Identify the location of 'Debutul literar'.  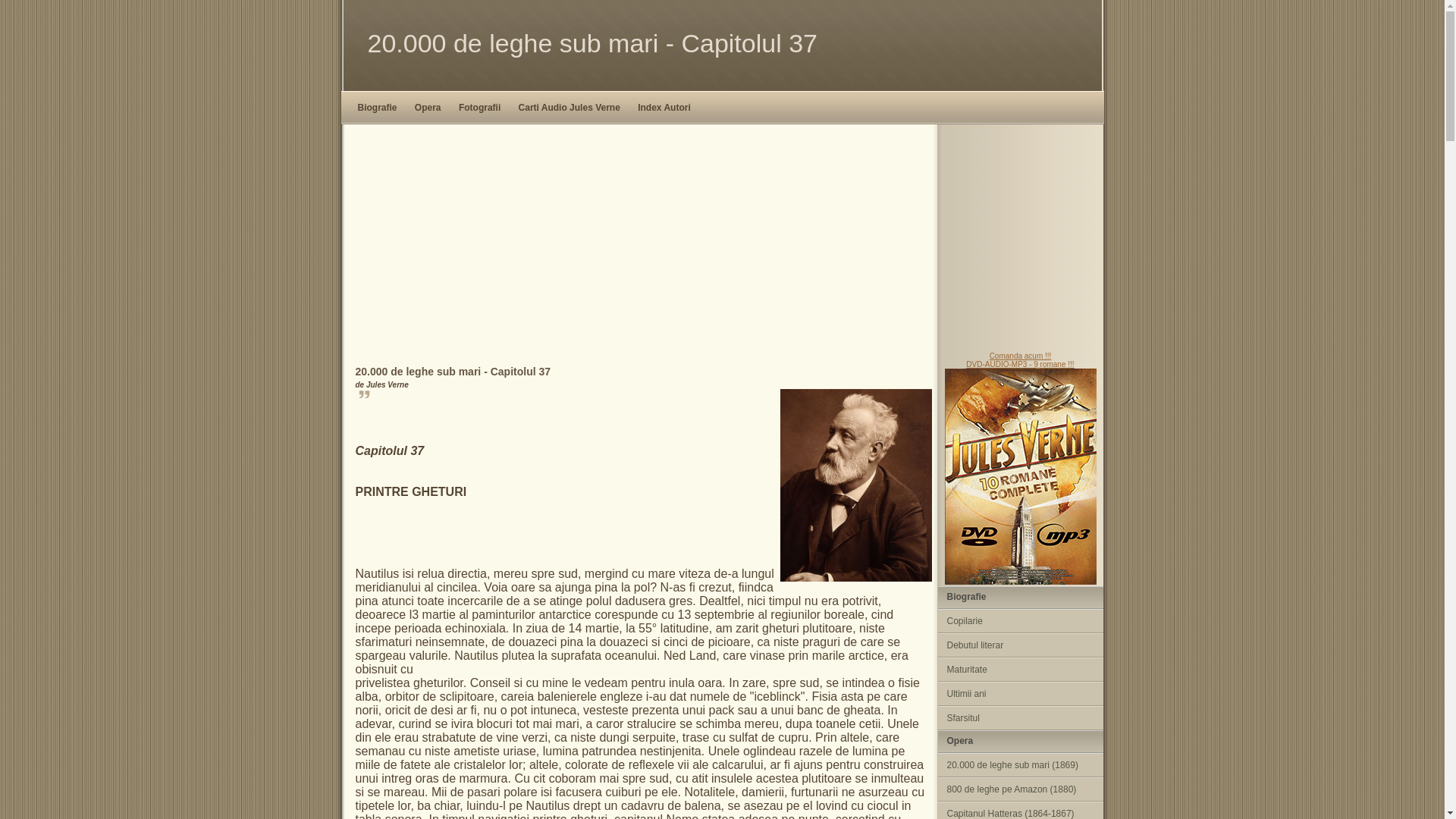
(937, 645).